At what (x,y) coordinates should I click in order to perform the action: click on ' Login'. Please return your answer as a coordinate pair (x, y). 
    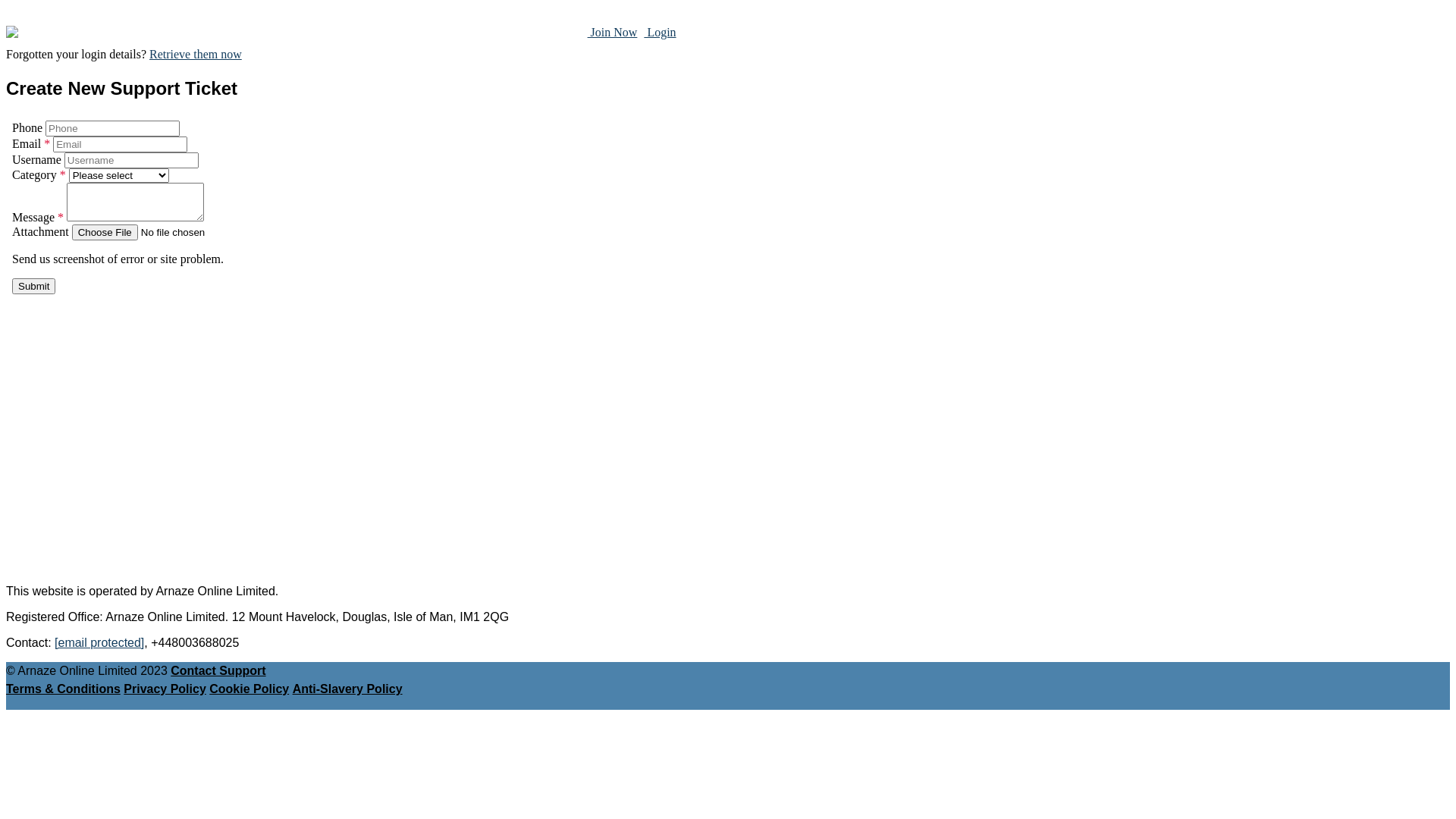
    Looking at the image, I should click on (659, 32).